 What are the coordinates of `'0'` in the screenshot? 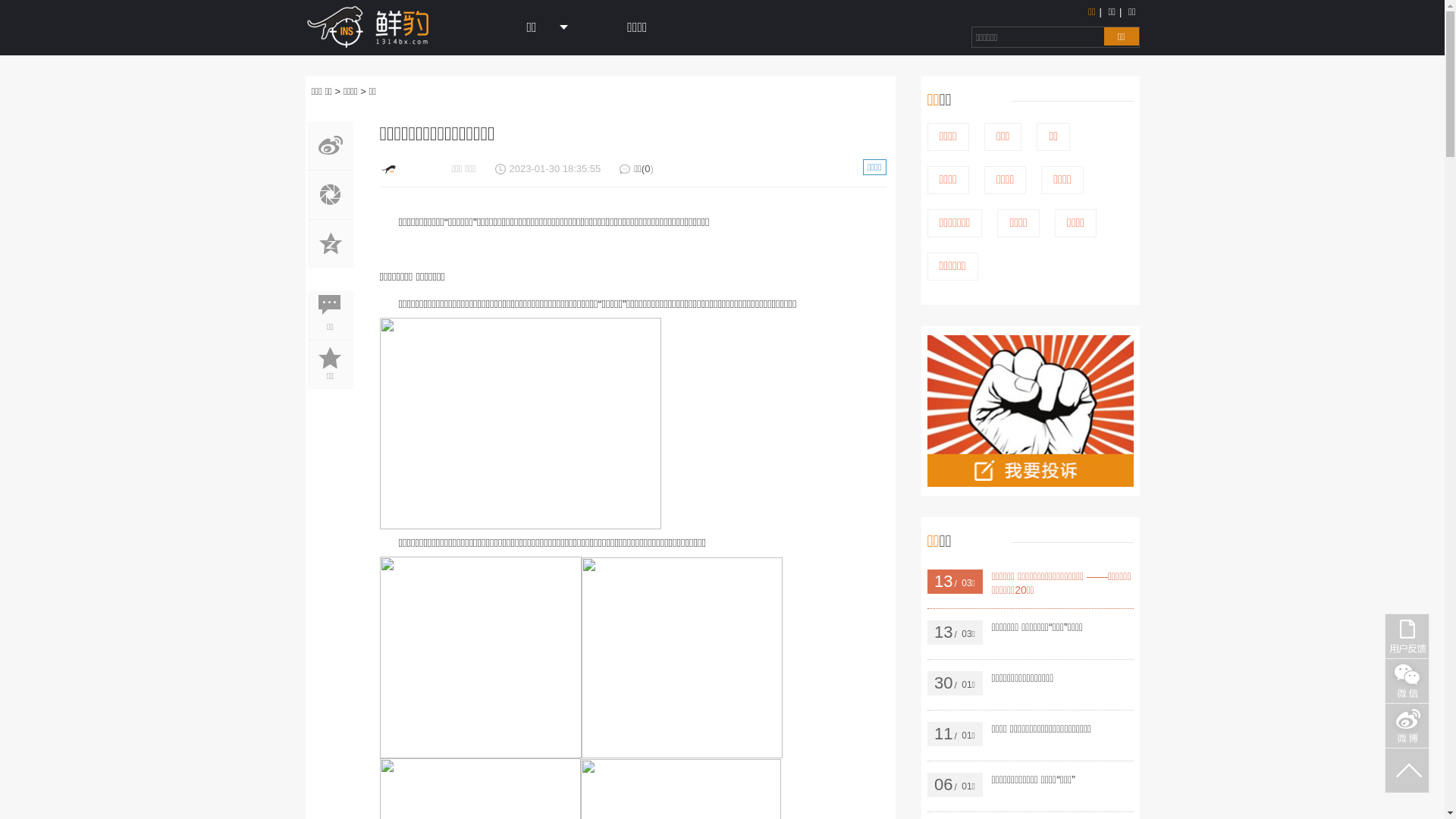 It's located at (647, 168).